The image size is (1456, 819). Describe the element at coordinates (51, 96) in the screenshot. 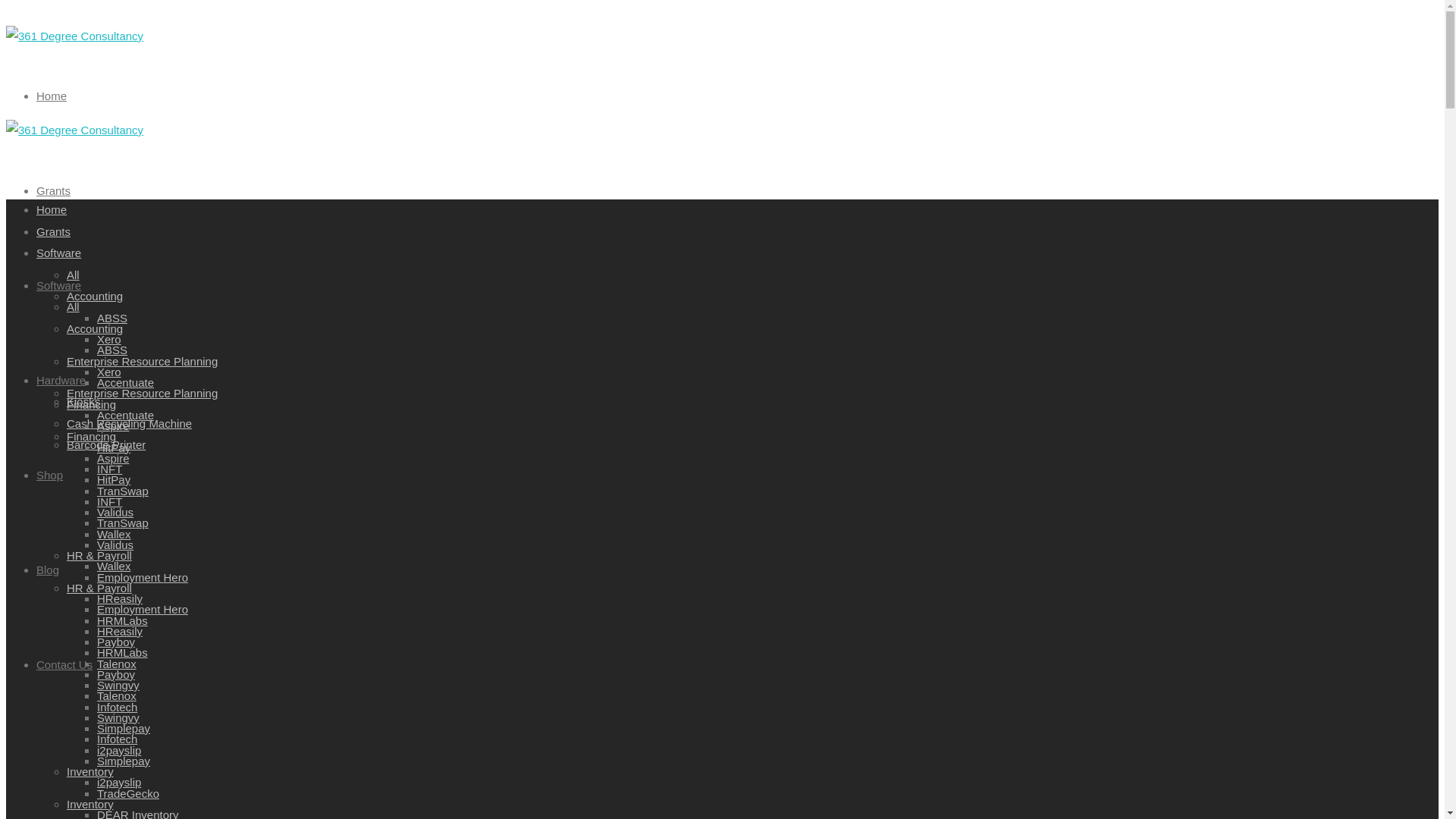

I see `'Home'` at that location.